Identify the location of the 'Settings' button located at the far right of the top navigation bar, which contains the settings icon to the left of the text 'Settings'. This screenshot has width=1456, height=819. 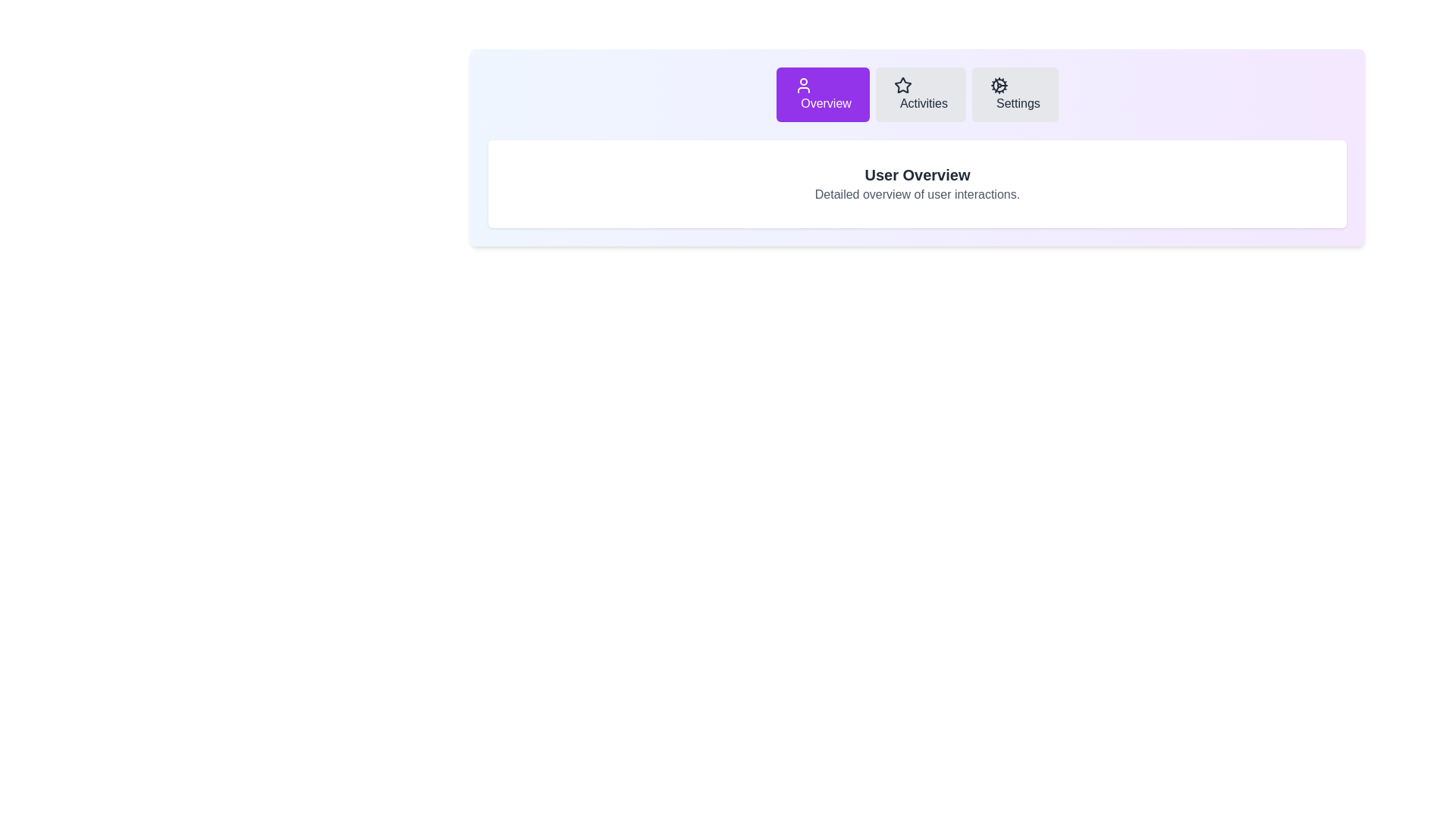
(999, 85).